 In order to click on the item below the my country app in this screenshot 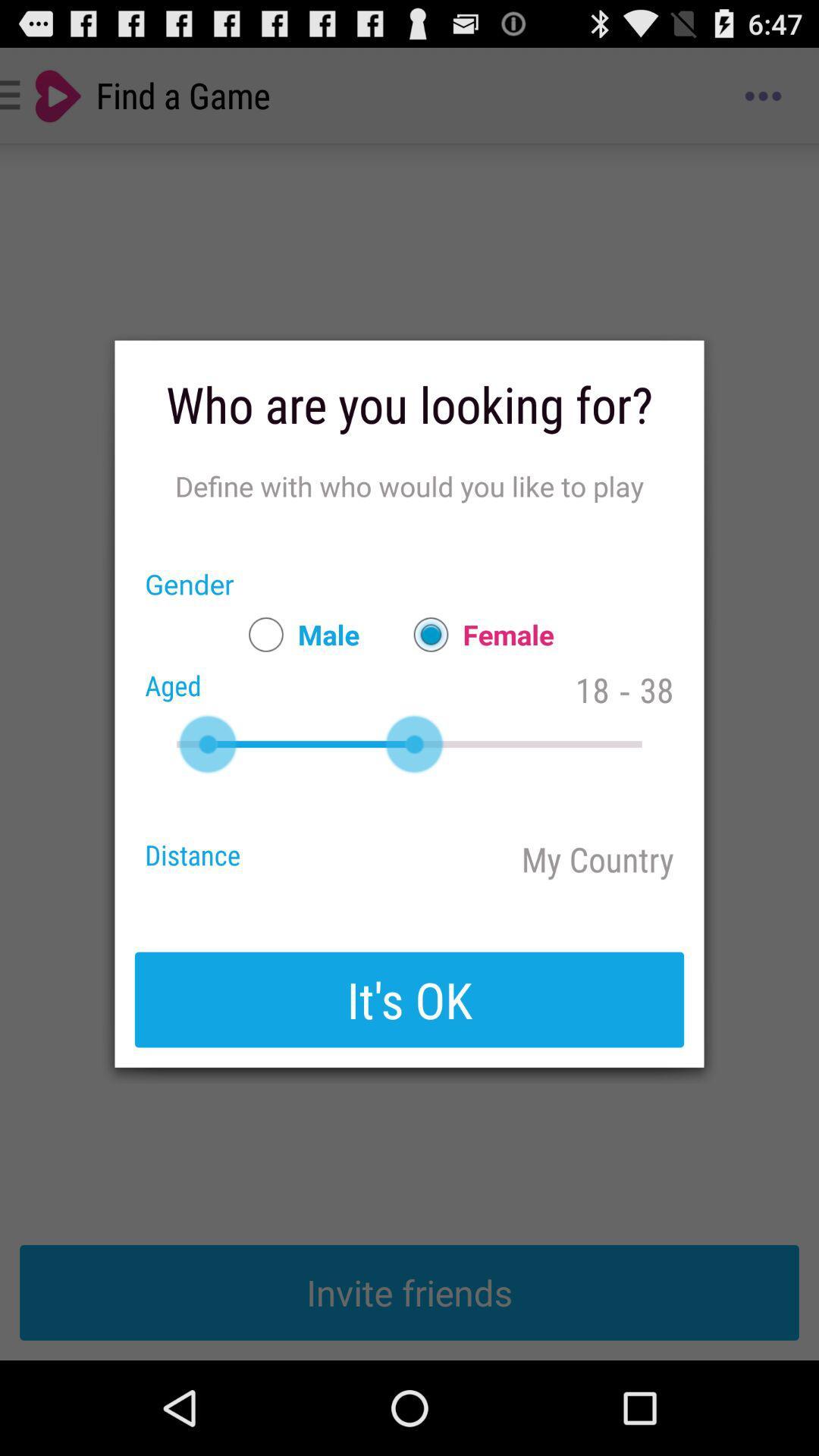, I will do `click(409, 999)`.